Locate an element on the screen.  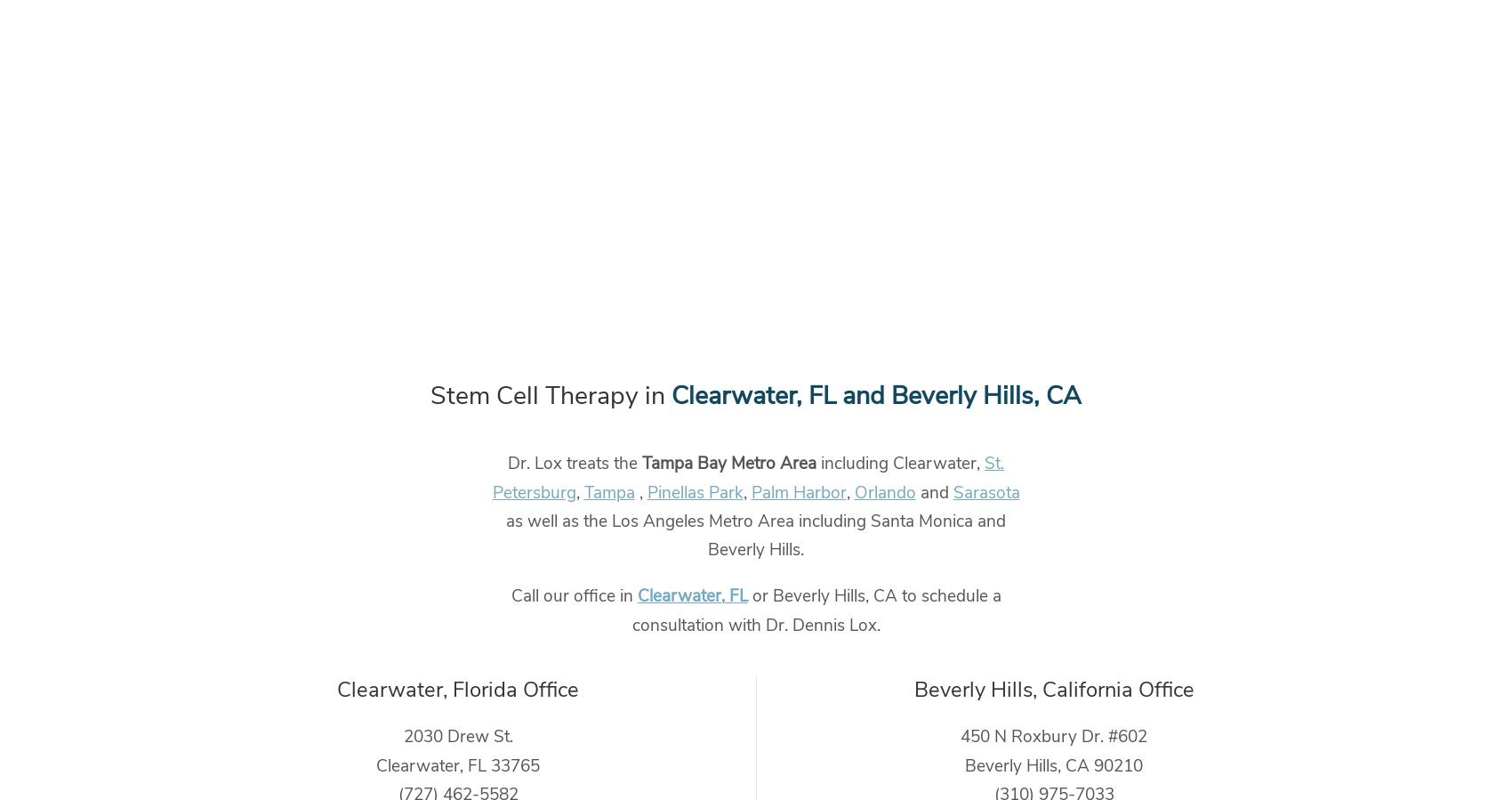
'Pinellas Park' is located at coordinates (693, 491).